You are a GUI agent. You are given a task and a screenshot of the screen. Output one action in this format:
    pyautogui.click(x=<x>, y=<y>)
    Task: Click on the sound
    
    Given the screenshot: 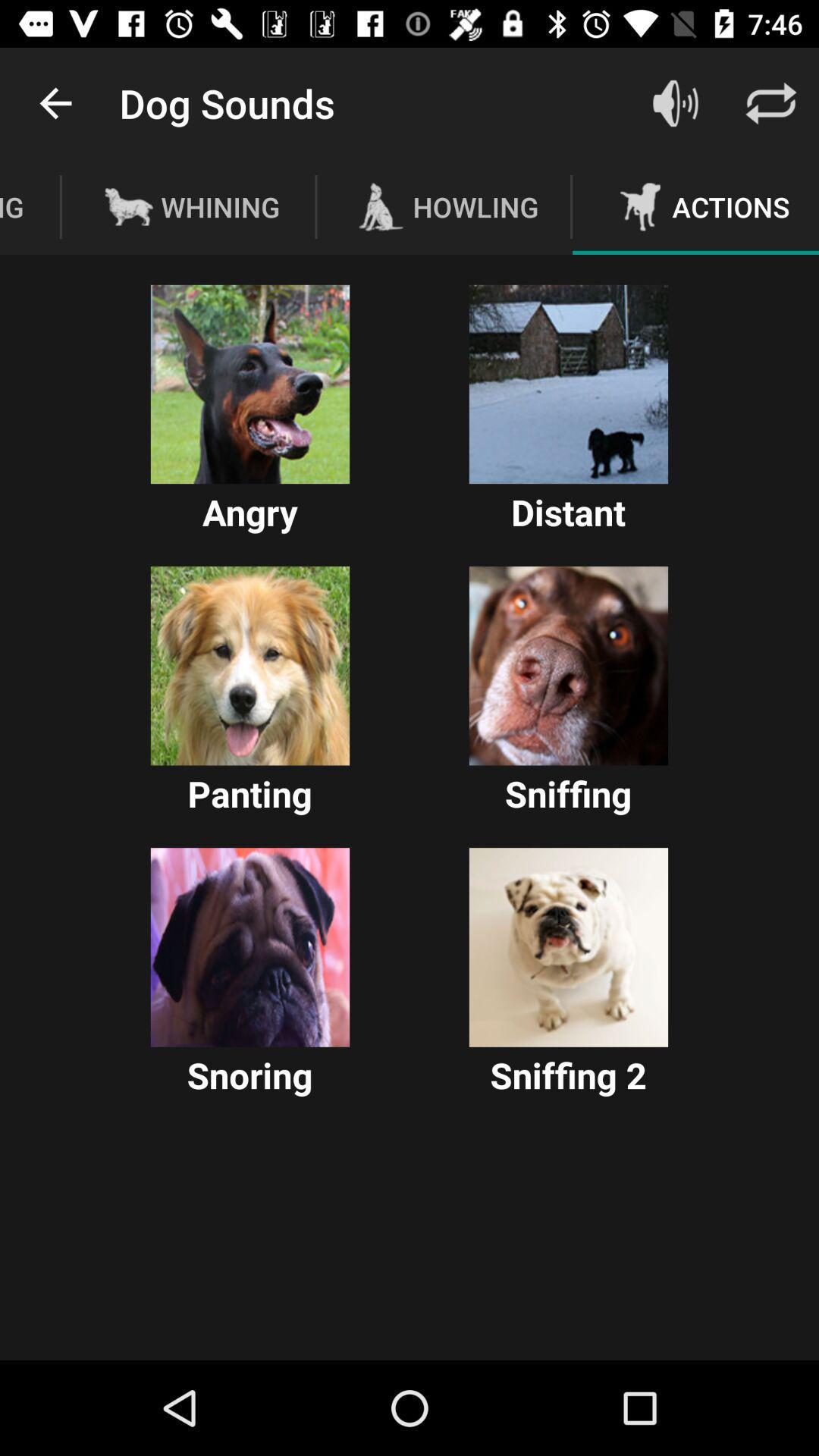 What is the action you would take?
    pyautogui.click(x=249, y=666)
    